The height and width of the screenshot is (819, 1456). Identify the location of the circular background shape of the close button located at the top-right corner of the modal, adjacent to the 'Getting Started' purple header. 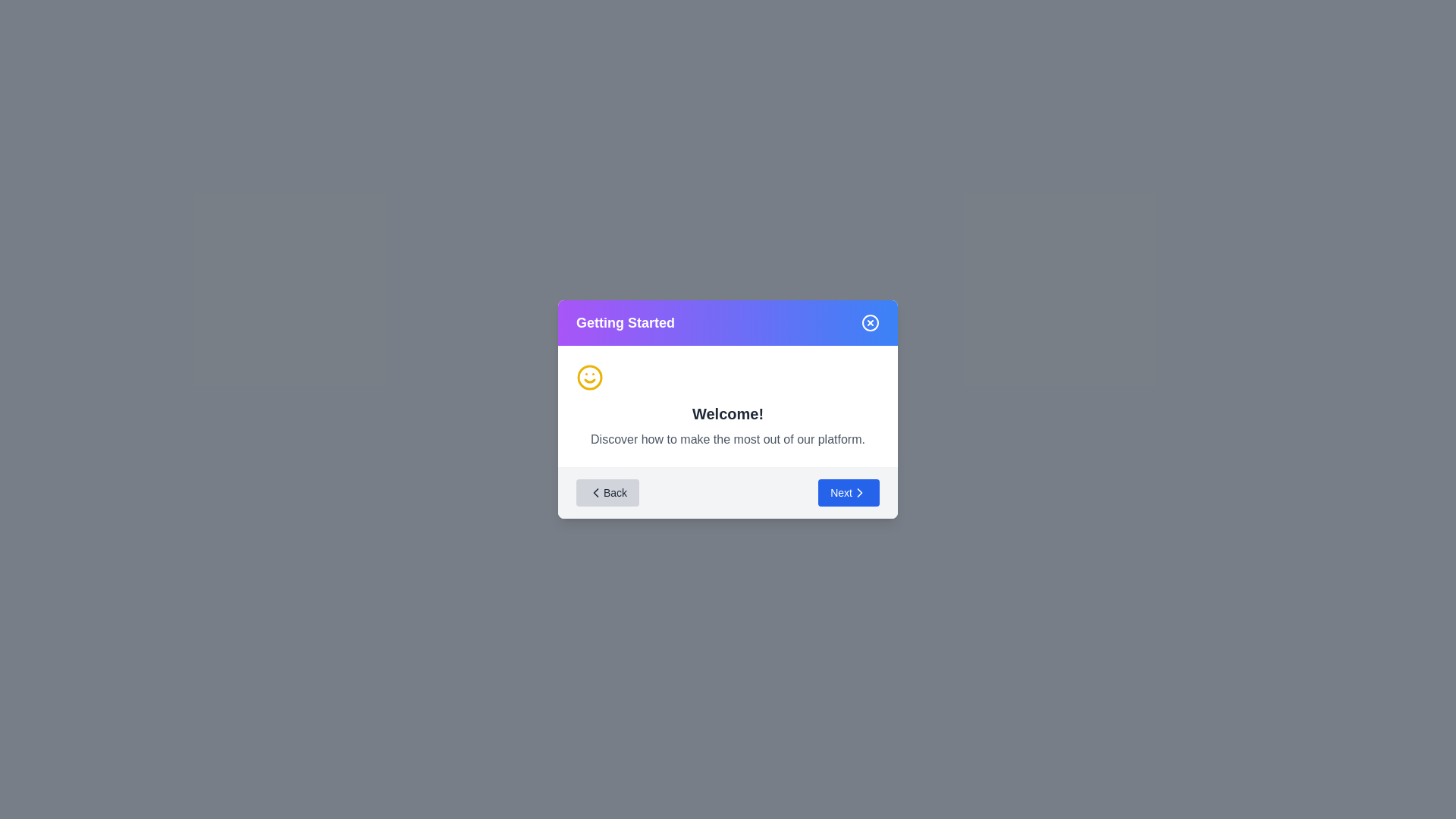
(870, 322).